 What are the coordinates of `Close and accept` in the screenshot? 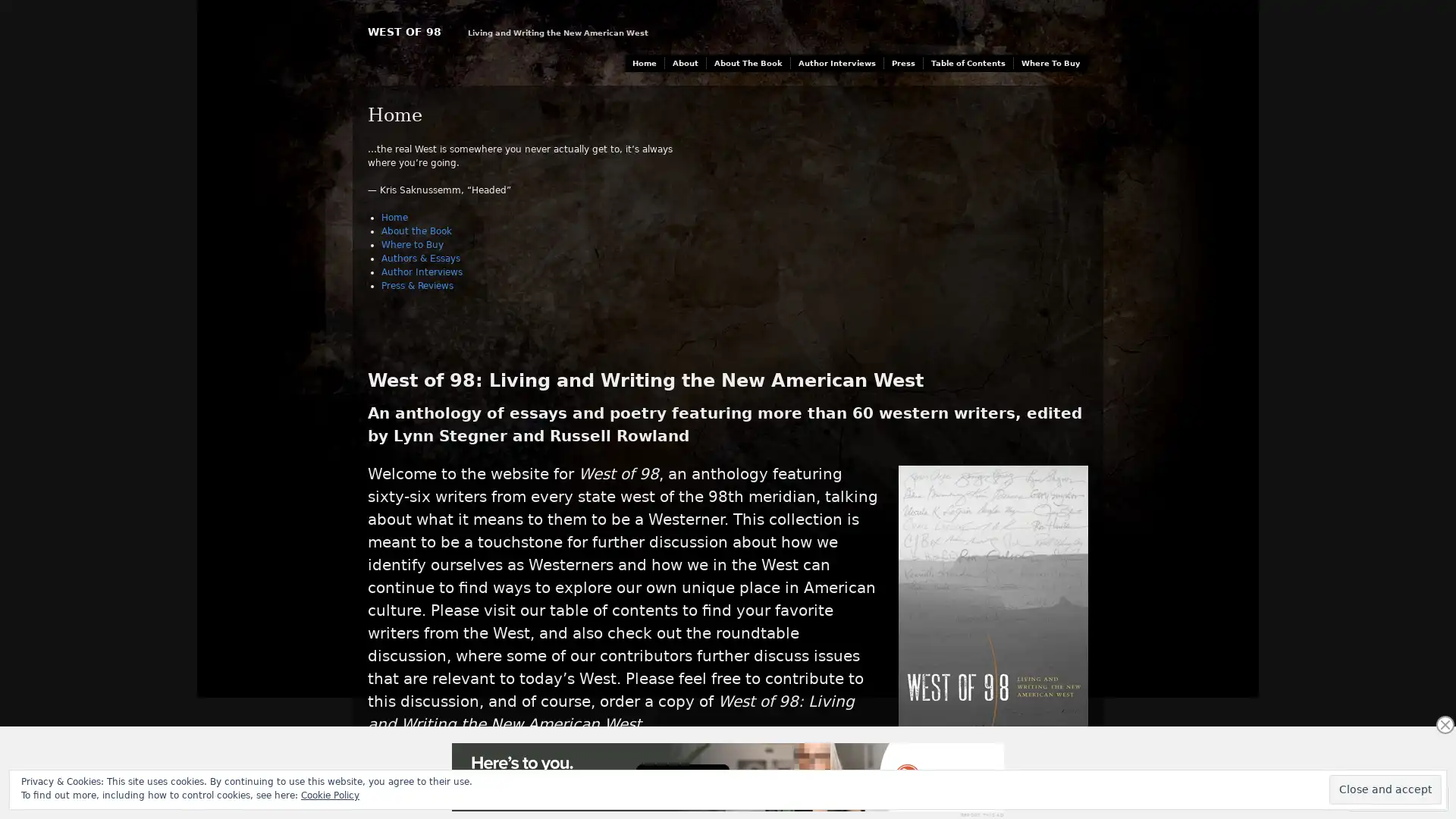 It's located at (1385, 789).